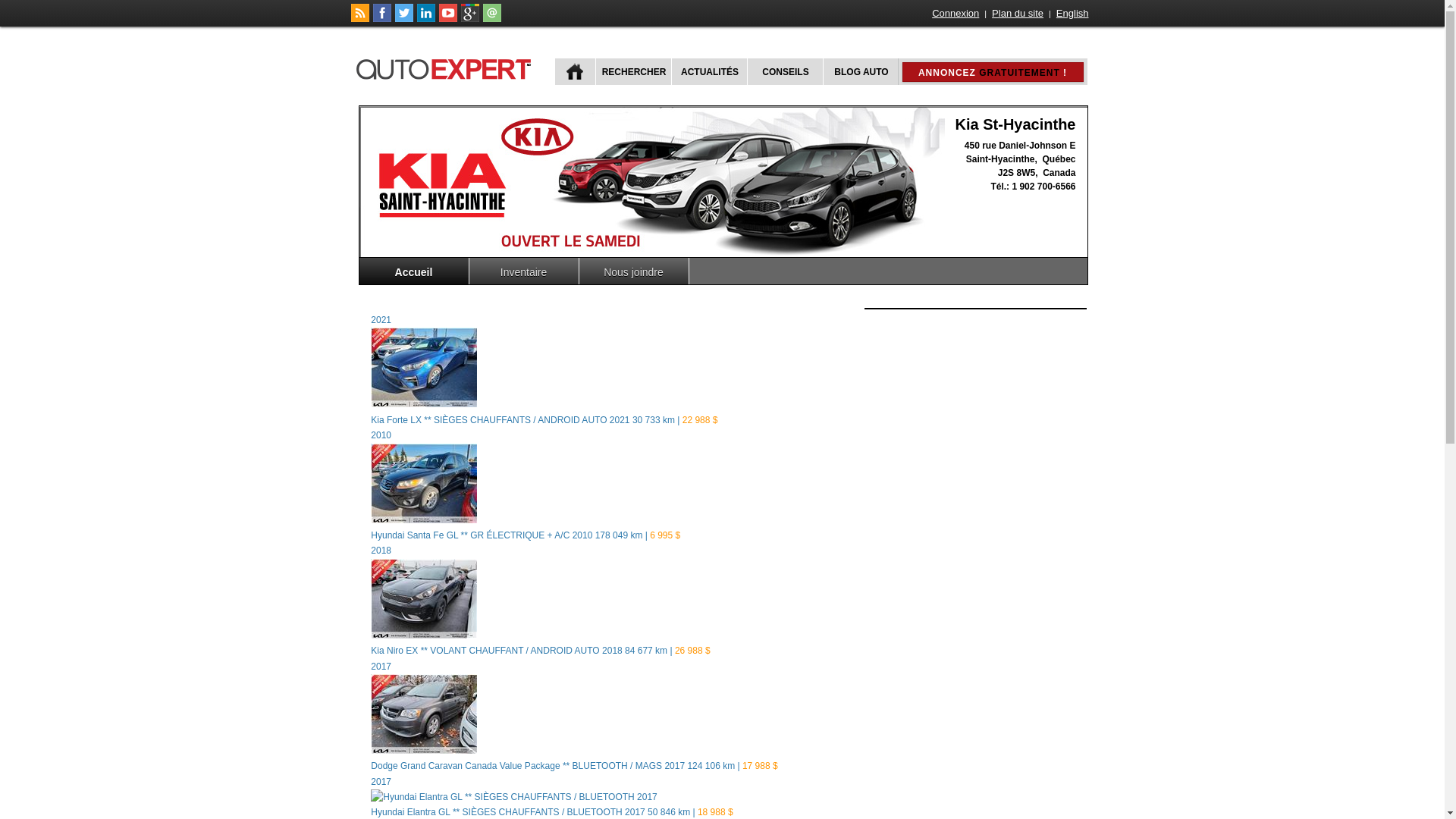 This screenshot has height=819, width=1456. I want to click on 'Joindre autoExpert.ca', so click(491, 18).